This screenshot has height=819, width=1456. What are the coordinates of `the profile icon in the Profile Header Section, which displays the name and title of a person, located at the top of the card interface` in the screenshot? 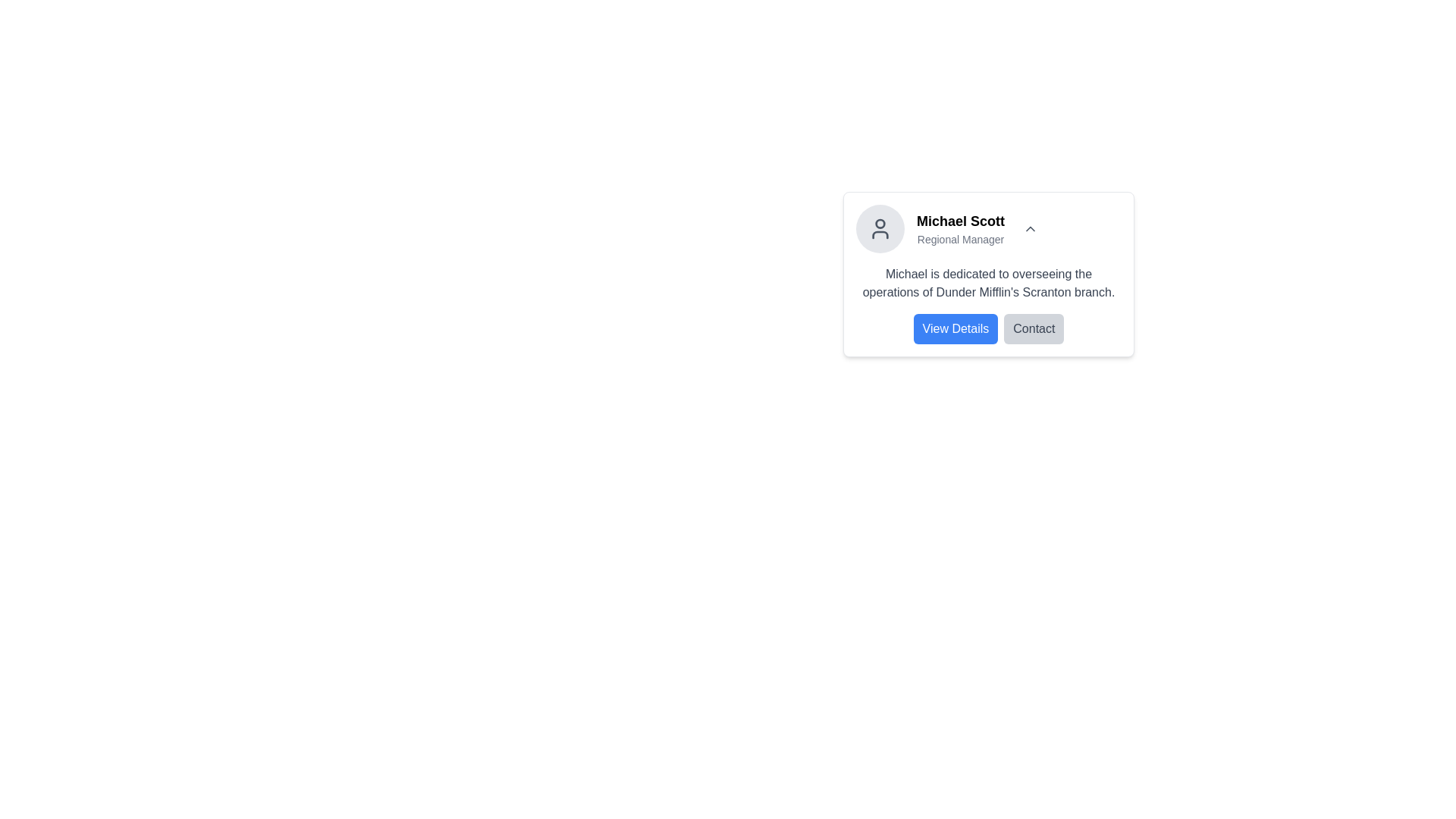 It's located at (989, 228).